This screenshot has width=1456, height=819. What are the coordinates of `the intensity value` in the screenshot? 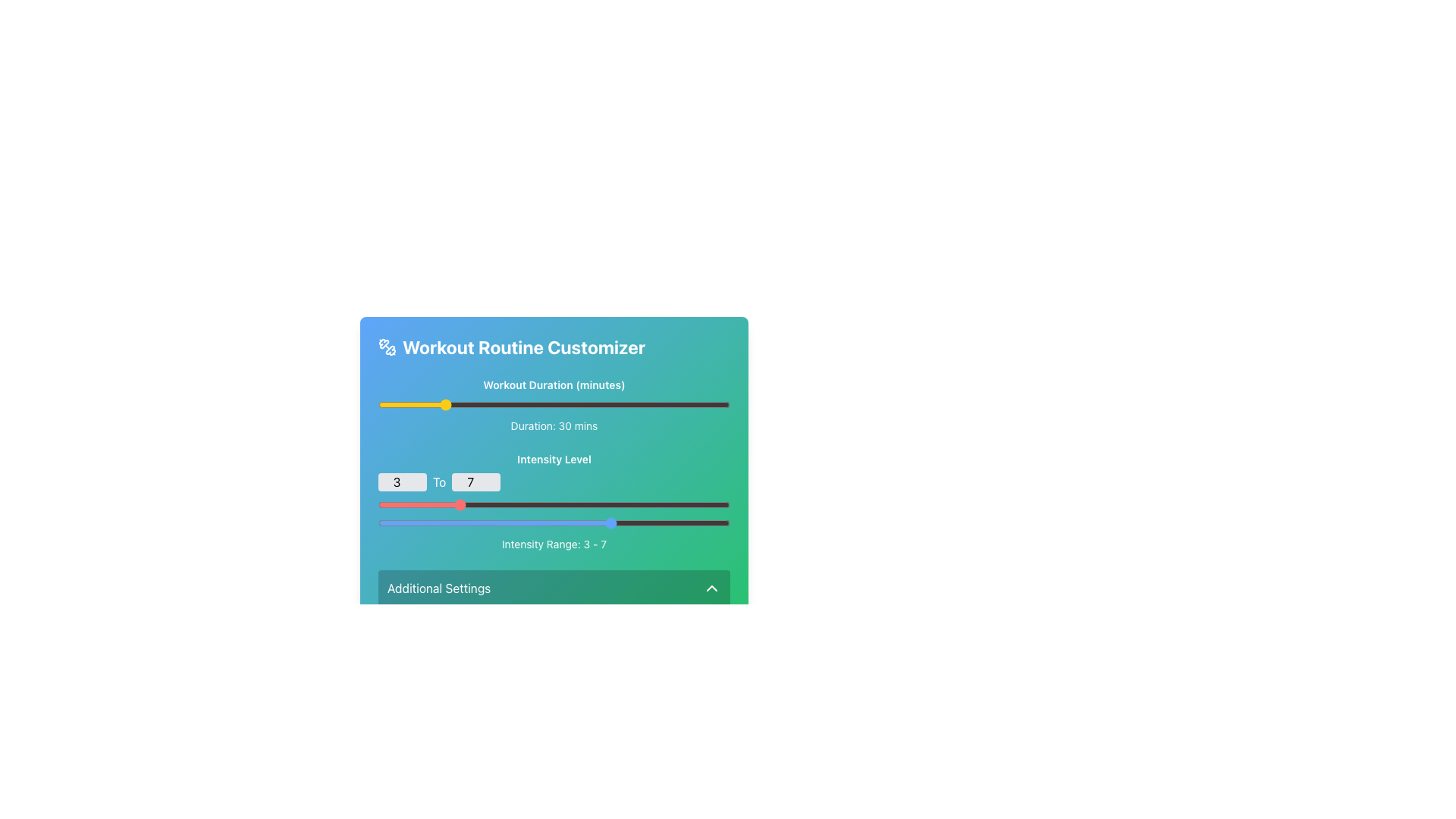 It's located at (535, 522).